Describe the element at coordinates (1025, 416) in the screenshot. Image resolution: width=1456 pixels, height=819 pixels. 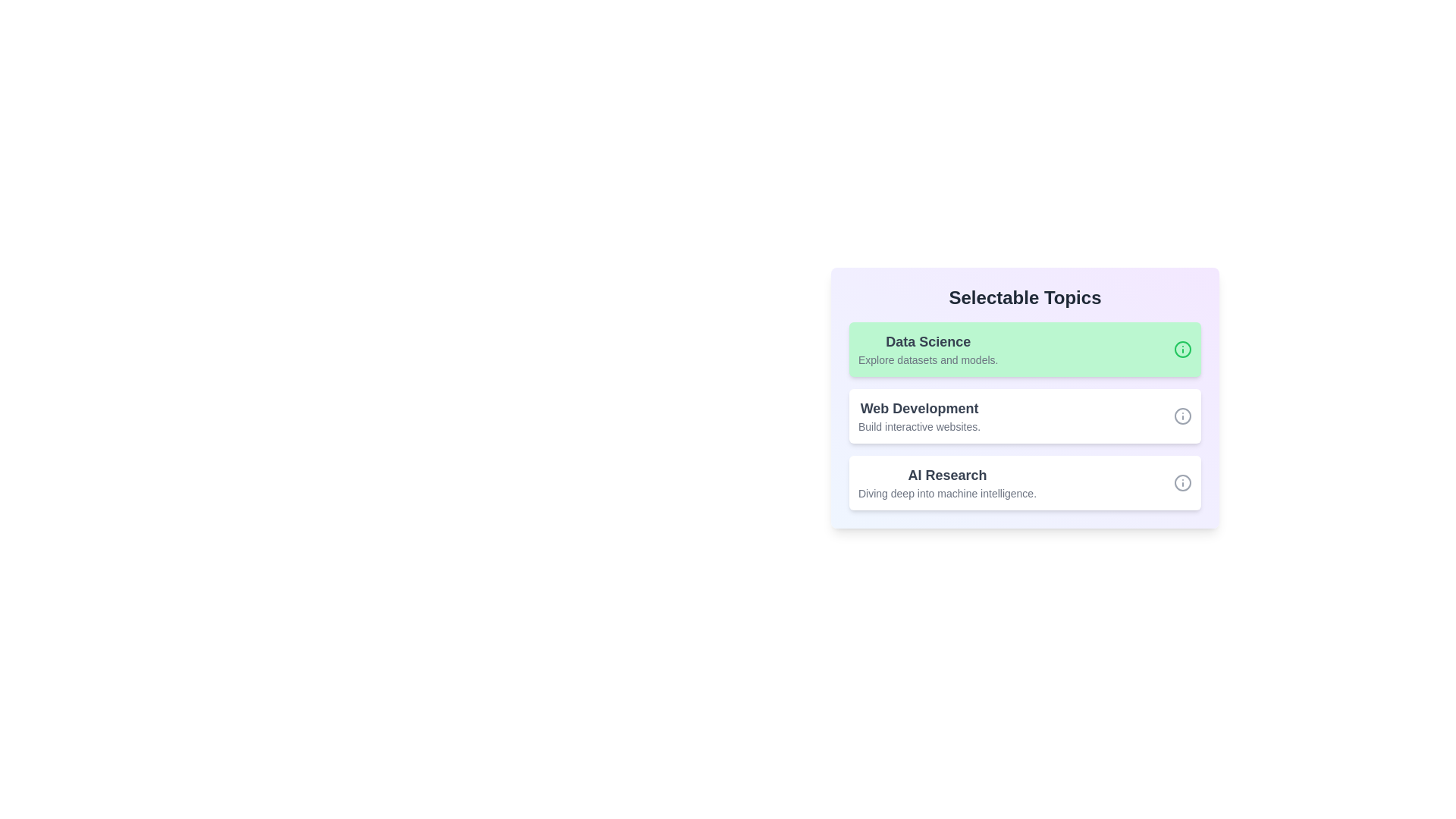
I see `the topic Web Development by clicking on it` at that location.